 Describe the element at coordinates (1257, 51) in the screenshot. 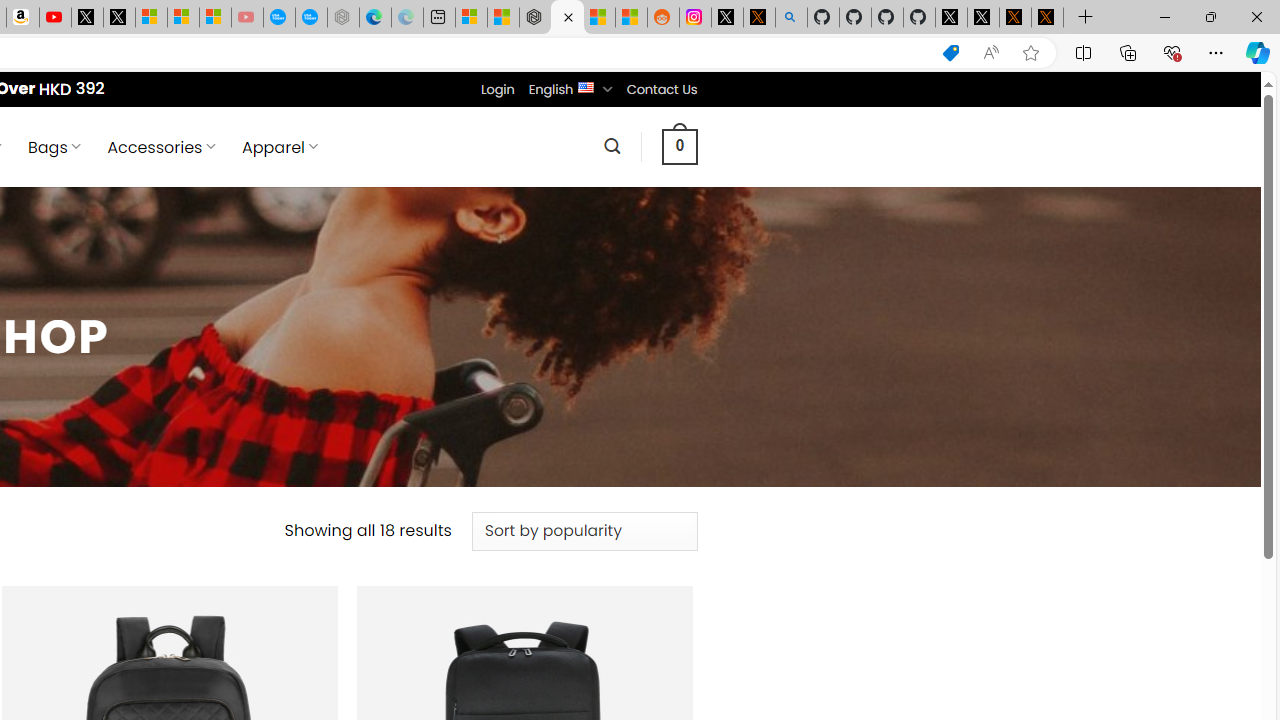

I see `'Copilot (Ctrl+Shift+.)'` at that location.